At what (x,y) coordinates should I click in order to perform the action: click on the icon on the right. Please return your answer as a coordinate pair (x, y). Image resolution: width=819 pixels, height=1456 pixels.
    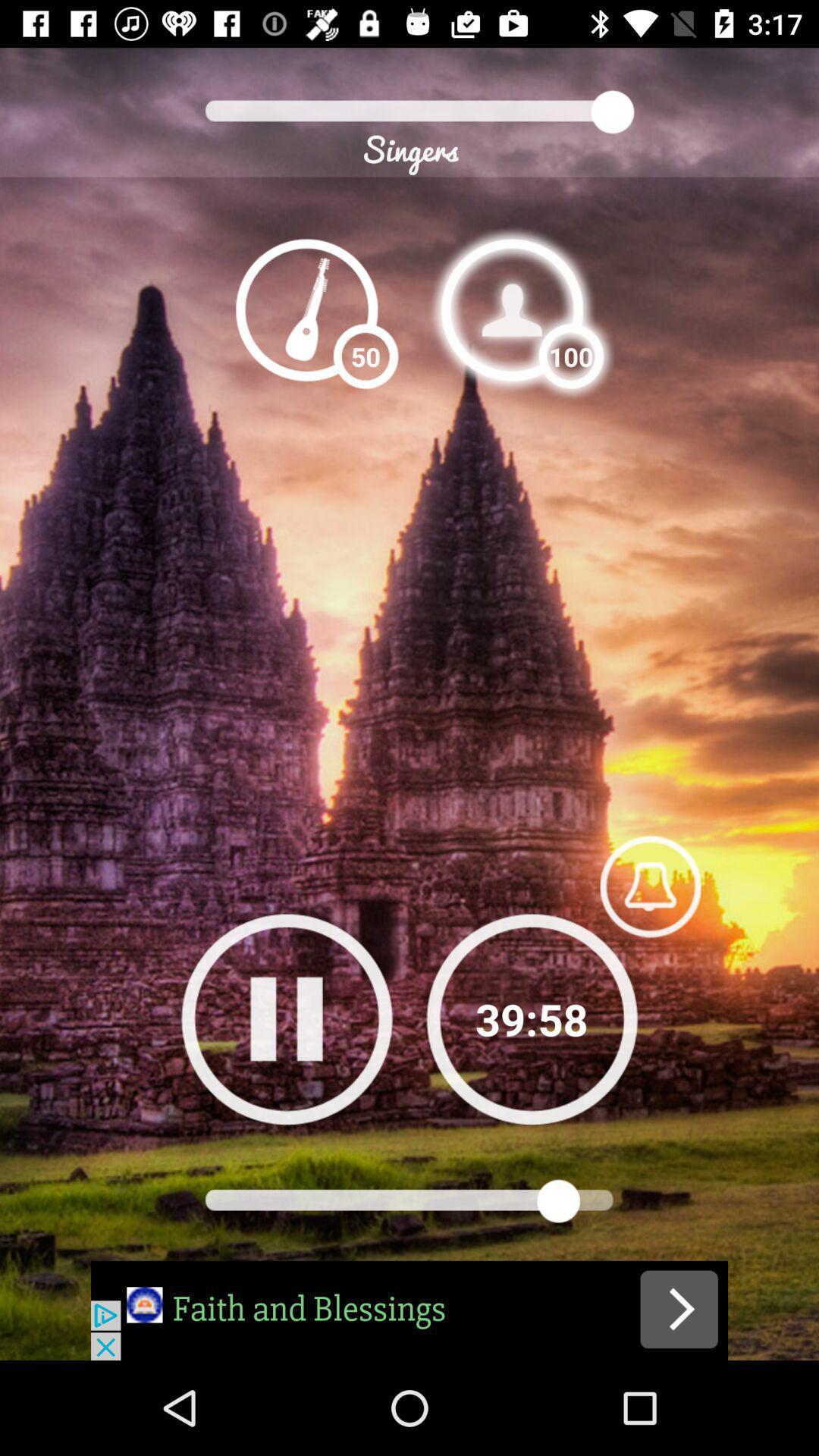
    Looking at the image, I should click on (649, 886).